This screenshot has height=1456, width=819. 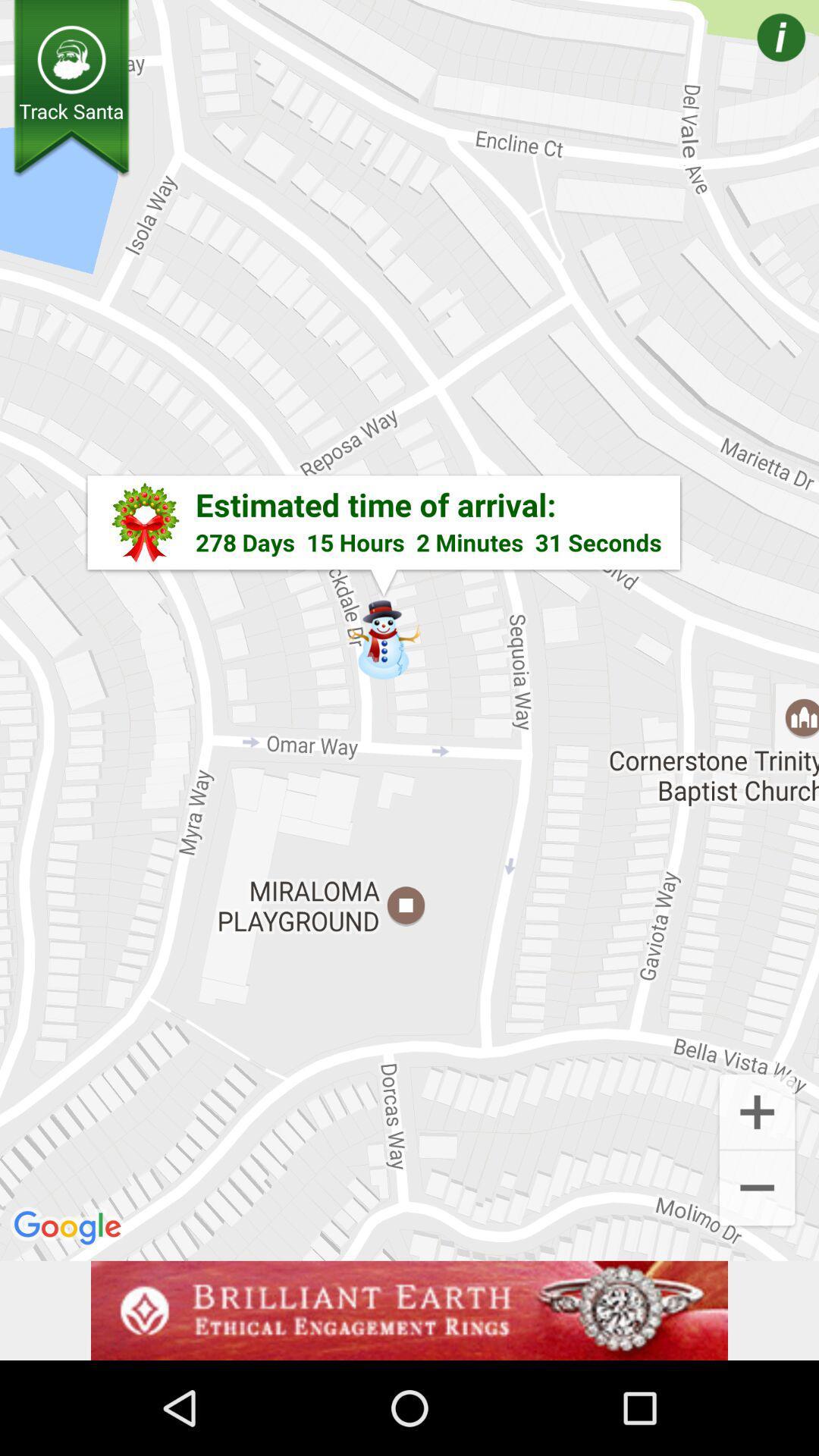 I want to click on advertisement, so click(x=409, y=1310).